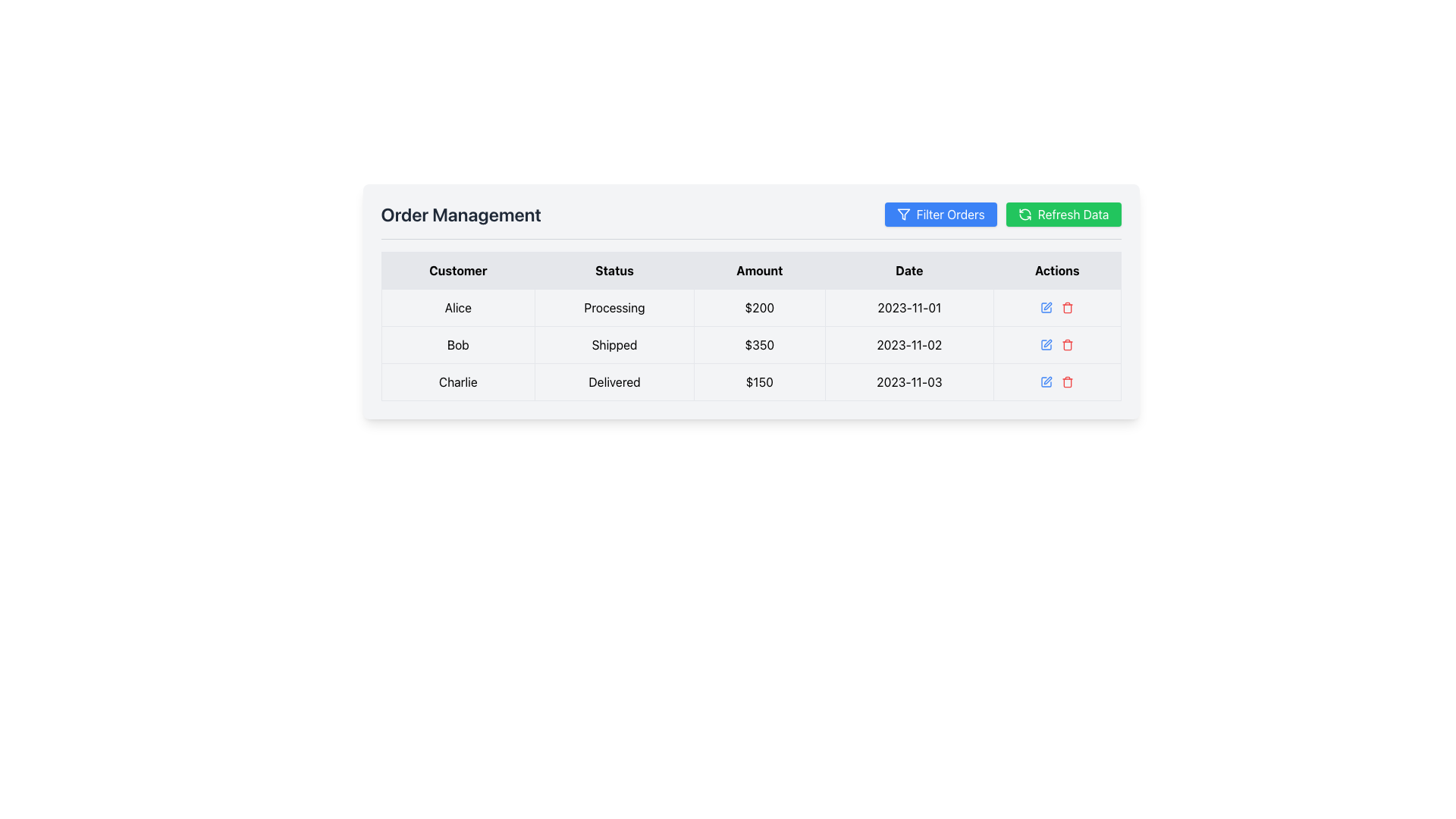 This screenshot has width=1456, height=819. What do you see at coordinates (759, 270) in the screenshot?
I see `the 'Amount' column header, which is the third item in a row of headers in the table, positioned between the 'Status' and 'Date' headers` at bounding box center [759, 270].